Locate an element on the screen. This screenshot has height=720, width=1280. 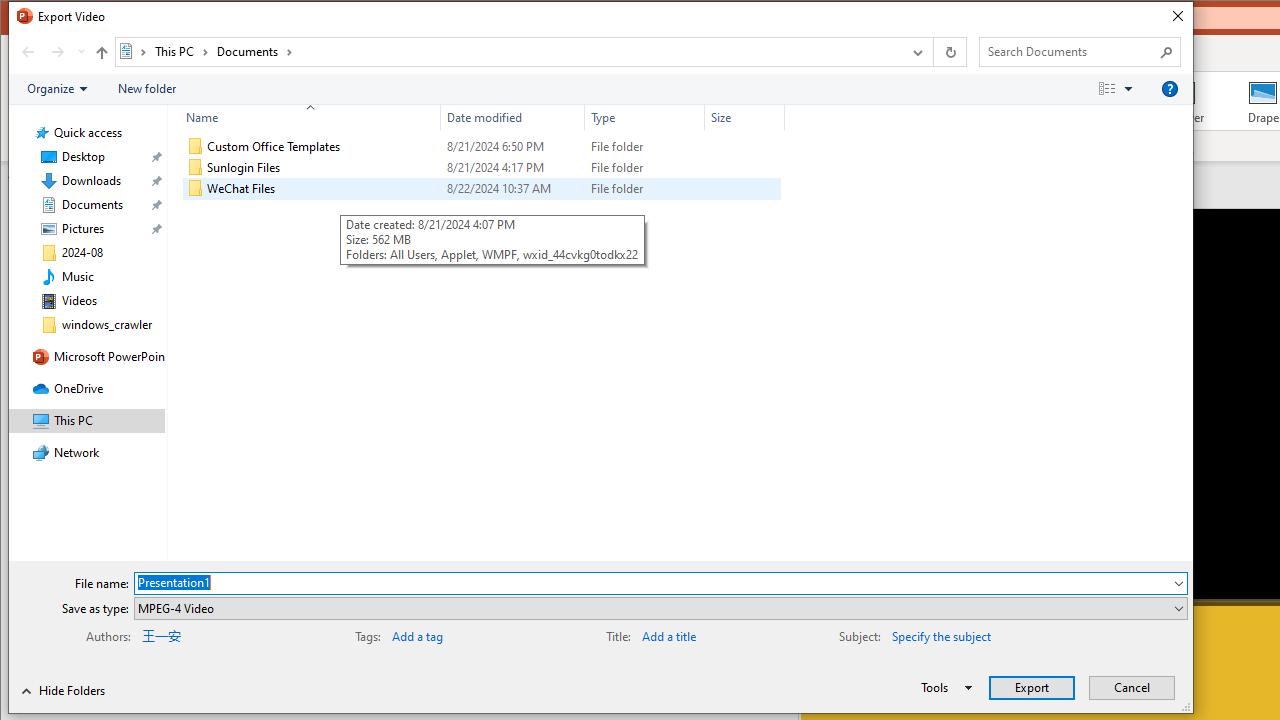
'Export' is located at coordinates (1032, 687).